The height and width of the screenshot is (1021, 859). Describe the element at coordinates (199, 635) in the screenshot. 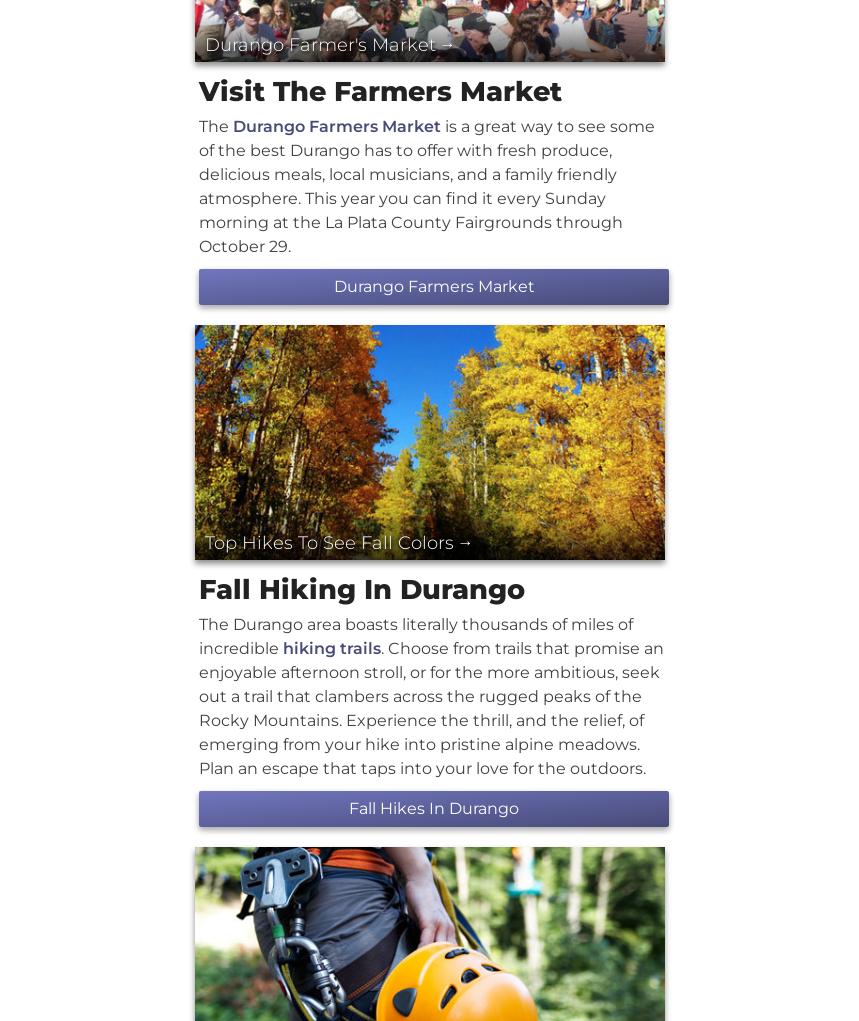

I see `'The Durango area boasts literally thousands of miles of incredible'` at that location.